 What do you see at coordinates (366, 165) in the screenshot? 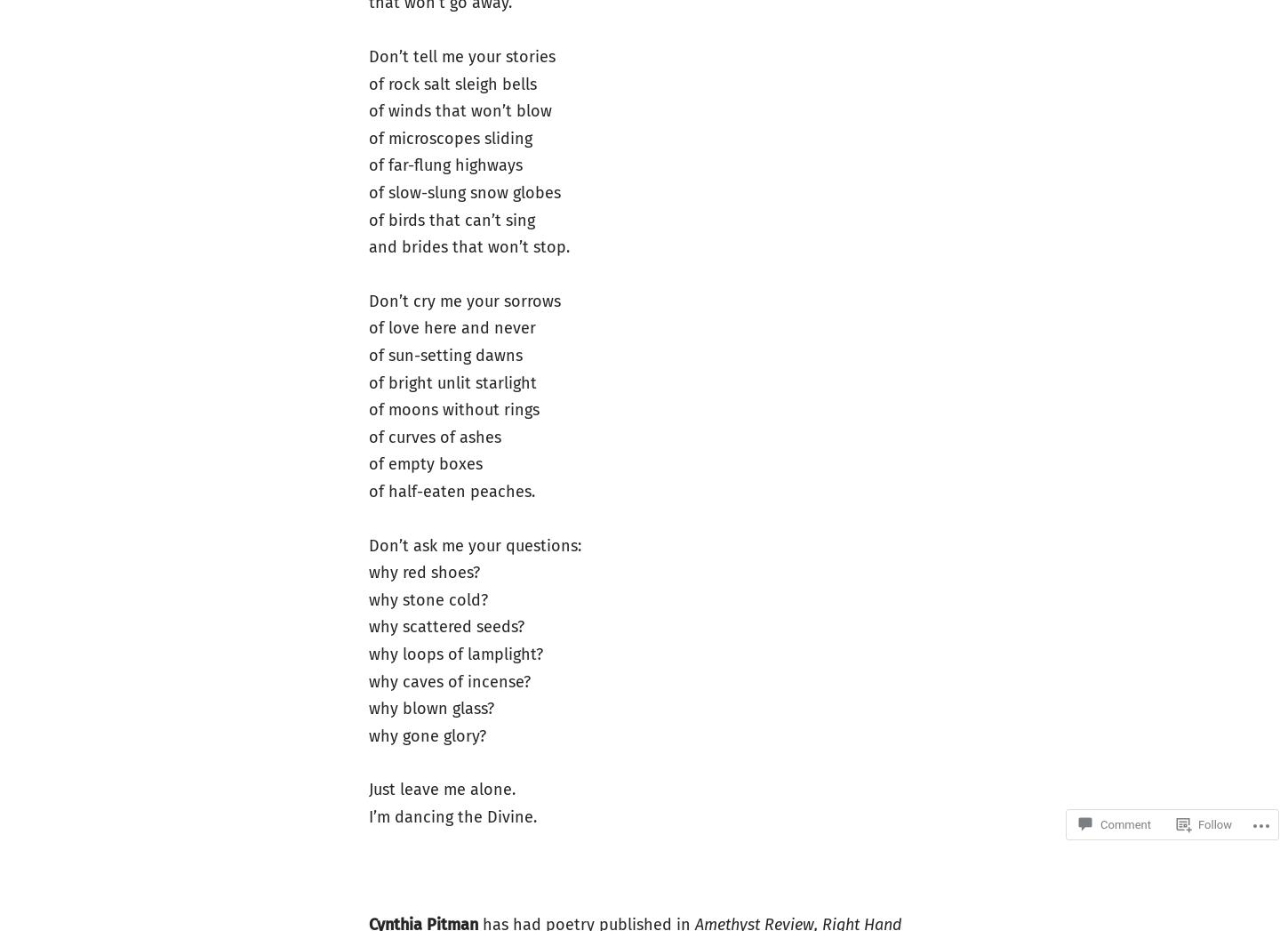
I see `'of far-flung highways'` at bounding box center [366, 165].